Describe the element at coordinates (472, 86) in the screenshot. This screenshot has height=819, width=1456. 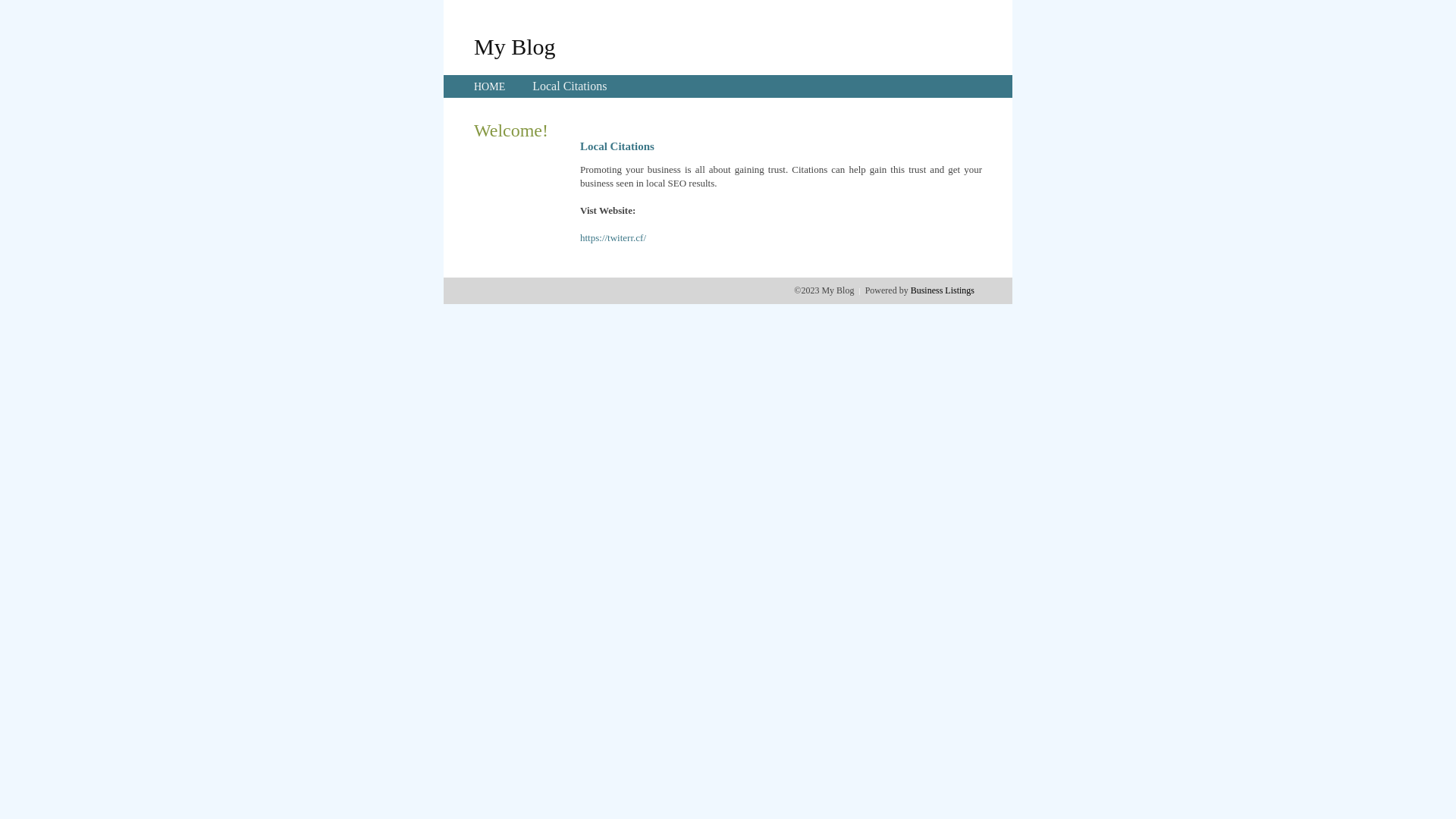
I see `'HOME'` at that location.